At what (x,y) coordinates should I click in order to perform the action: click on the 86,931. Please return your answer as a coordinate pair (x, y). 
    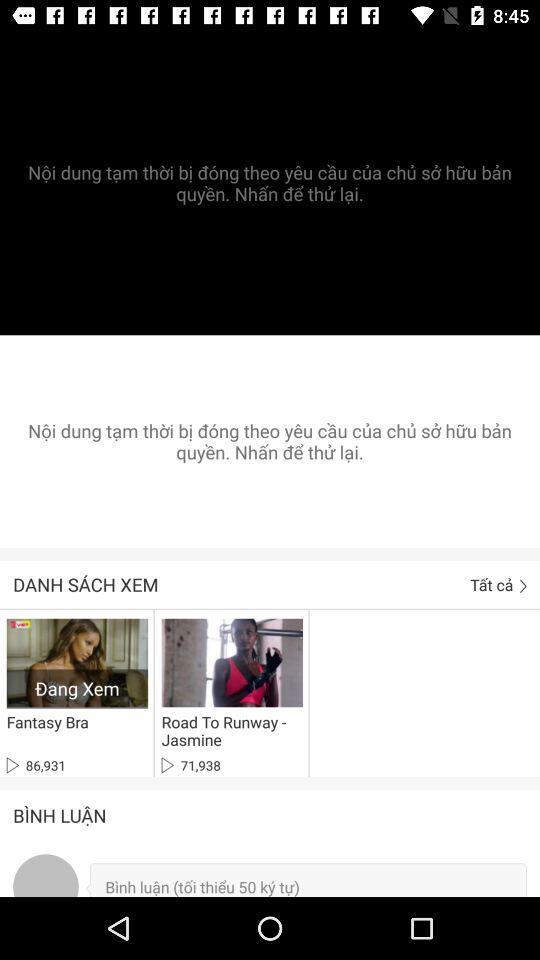
    Looking at the image, I should click on (36, 764).